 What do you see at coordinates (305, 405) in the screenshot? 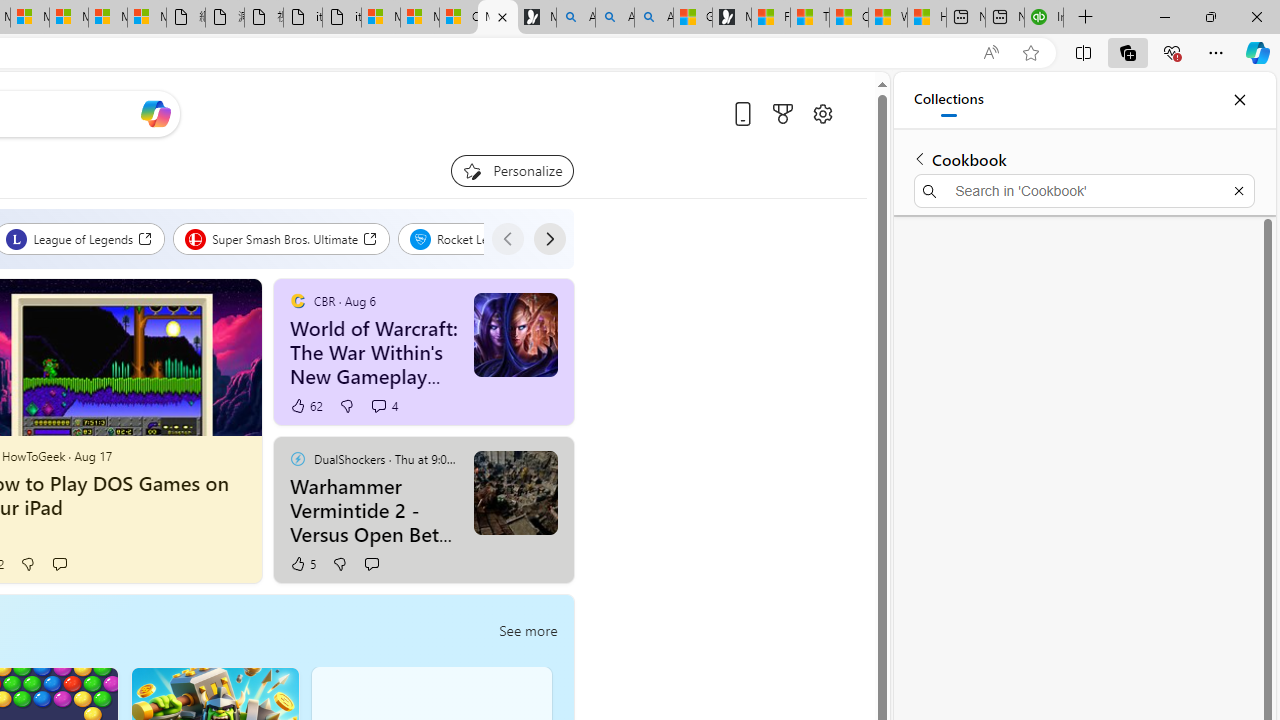
I see `'62 Like'` at bounding box center [305, 405].